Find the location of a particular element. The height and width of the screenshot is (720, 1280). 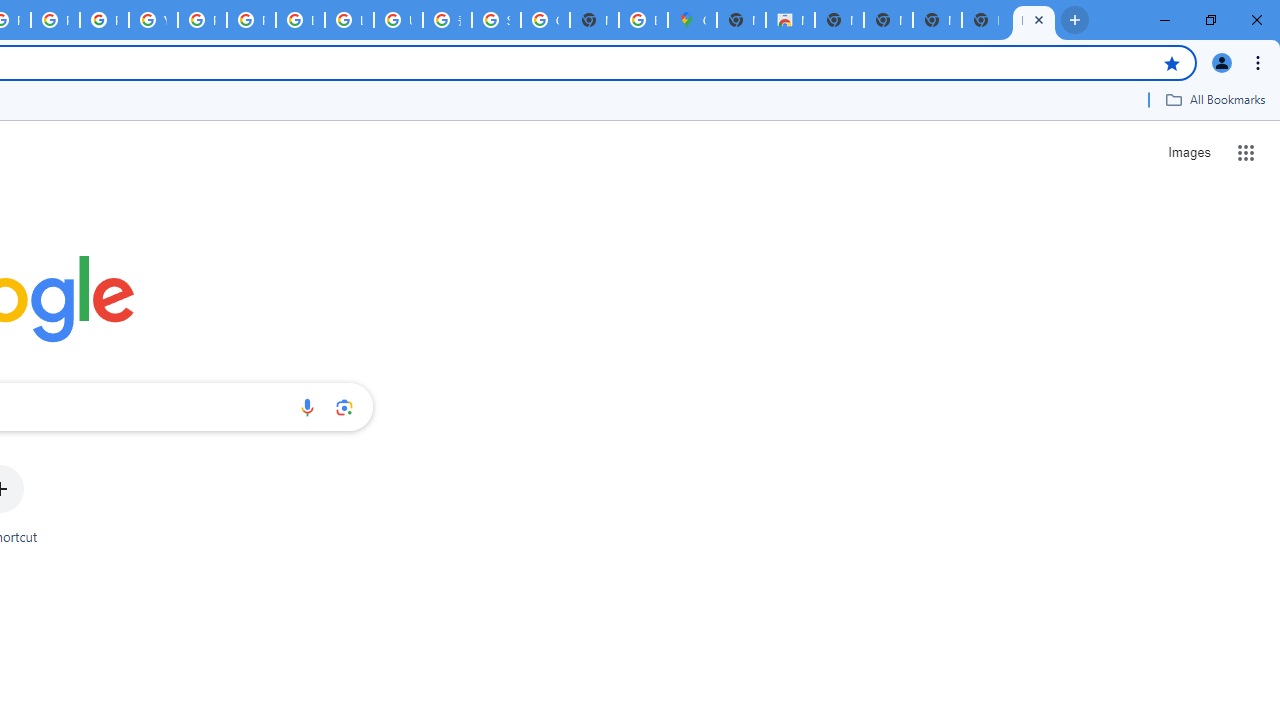

'New Tab' is located at coordinates (1034, 20).